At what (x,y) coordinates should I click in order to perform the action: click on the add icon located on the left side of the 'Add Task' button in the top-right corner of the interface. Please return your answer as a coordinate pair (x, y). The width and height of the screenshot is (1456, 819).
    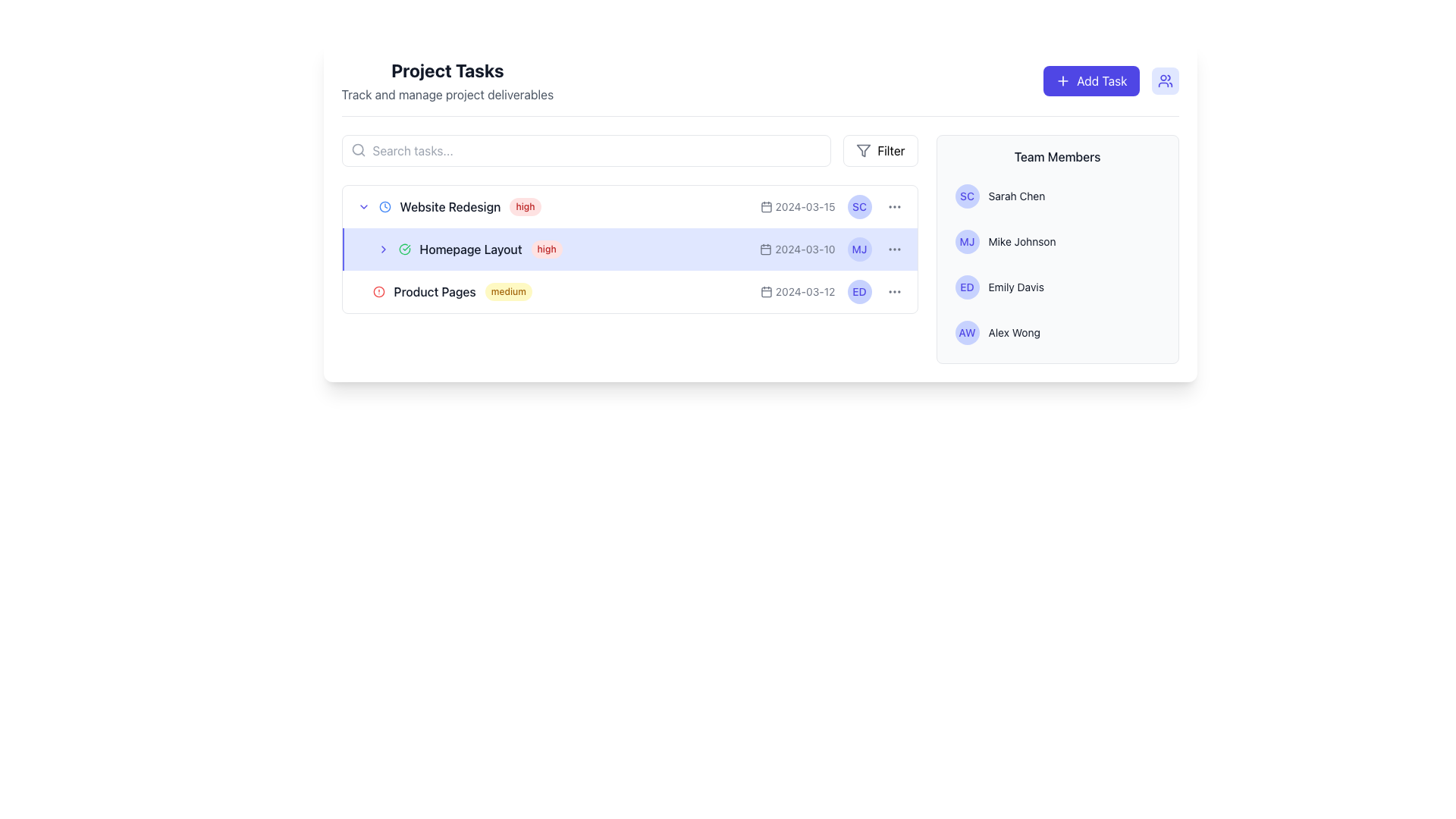
    Looking at the image, I should click on (1062, 81).